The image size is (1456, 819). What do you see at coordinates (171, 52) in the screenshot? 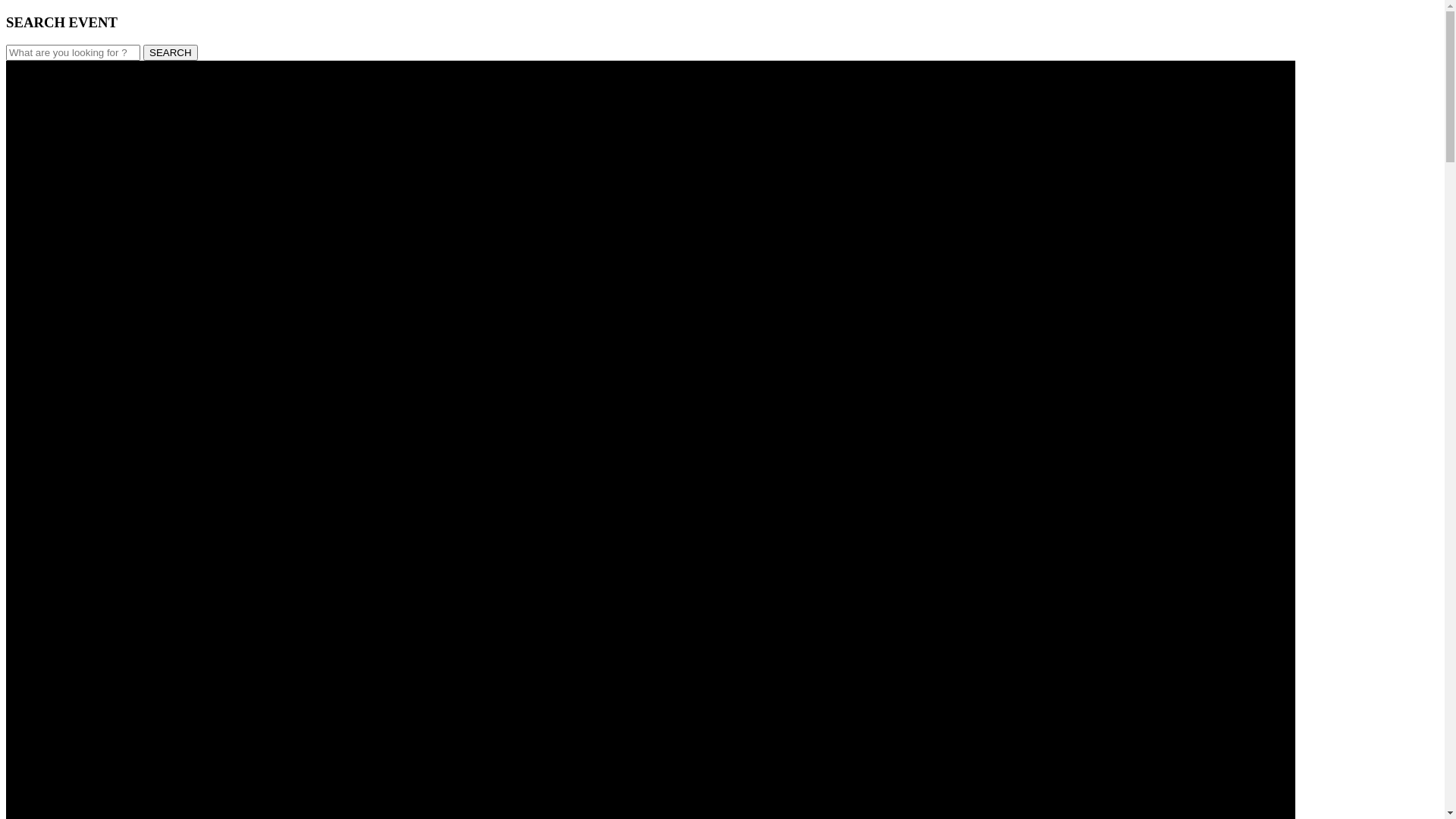
I see `'SEARCH'` at bounding box center [171, 52].